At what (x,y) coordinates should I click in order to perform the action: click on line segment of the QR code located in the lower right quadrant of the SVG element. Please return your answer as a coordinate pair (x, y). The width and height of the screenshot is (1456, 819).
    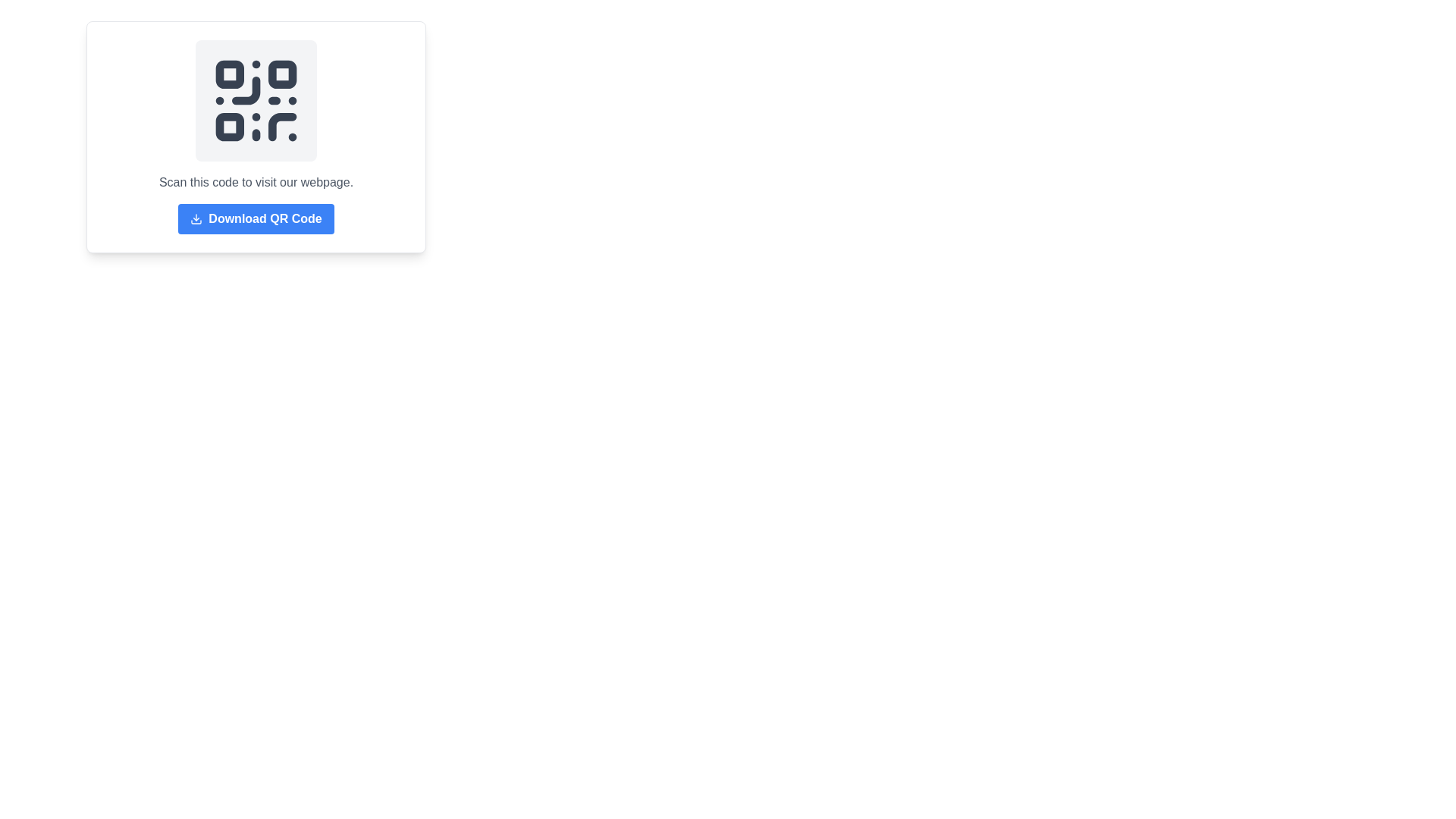
    Looking at the image, I should click on (282, 126).